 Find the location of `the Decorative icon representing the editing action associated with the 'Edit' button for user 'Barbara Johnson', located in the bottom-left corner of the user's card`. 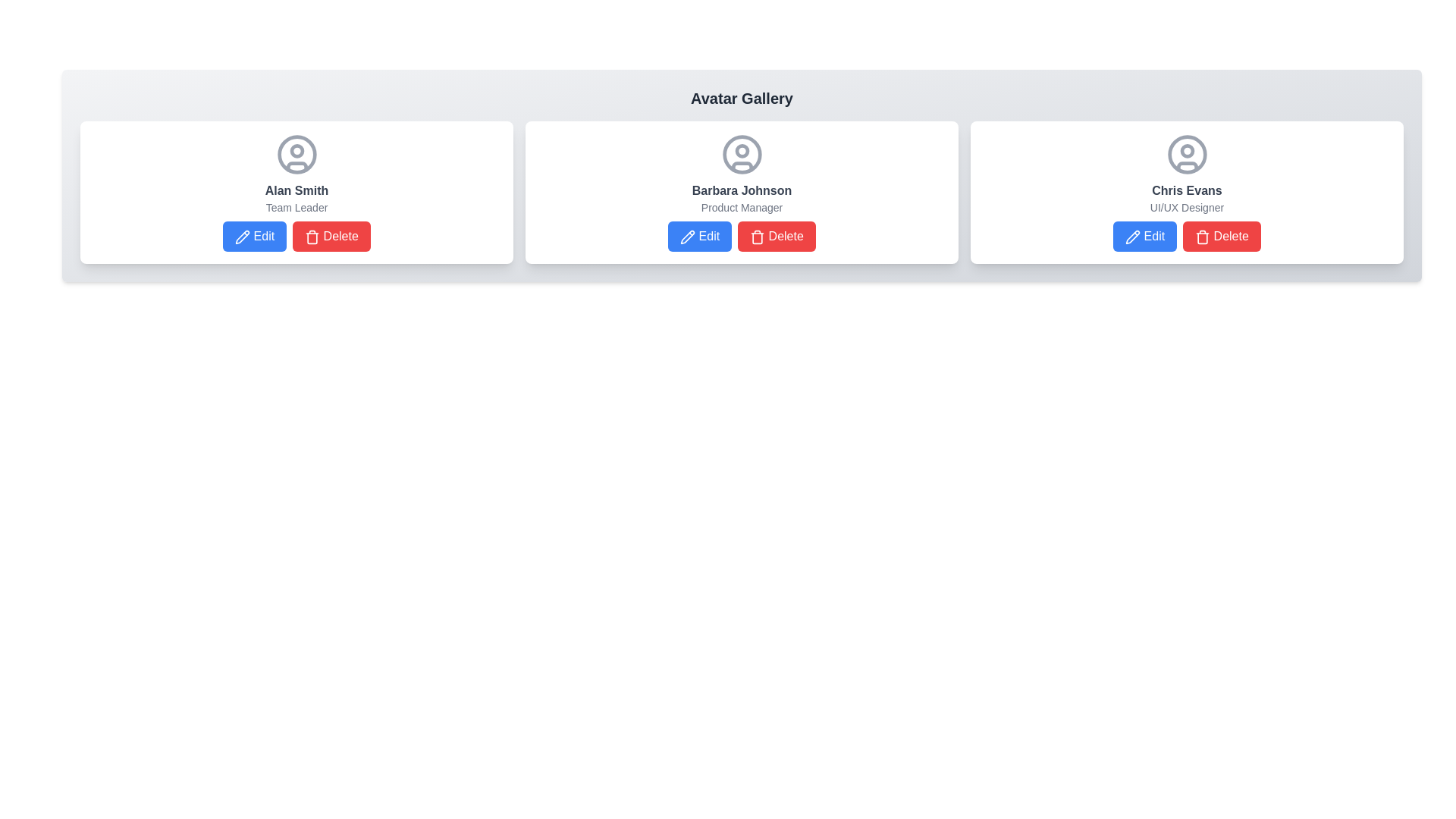

the Decorative icon representing the editing action associated with the 'Edit' button for user 'Barbara Johnson', located in the bottom-left corner of the user's card is located at coordinates (687, 237).